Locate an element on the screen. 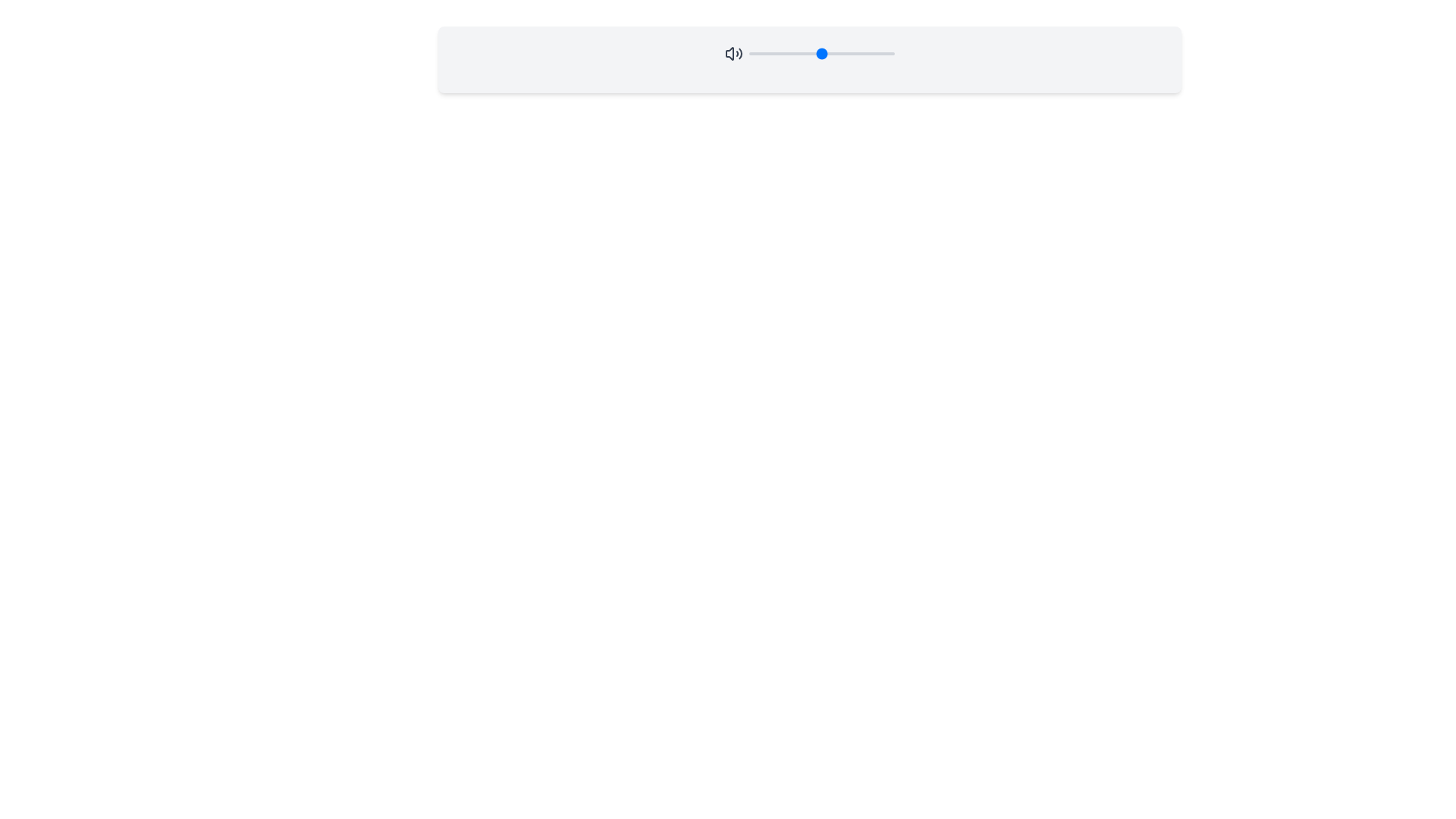 This screenshot has width=1456, height=819. the slider is located at coordinates (859, 52).